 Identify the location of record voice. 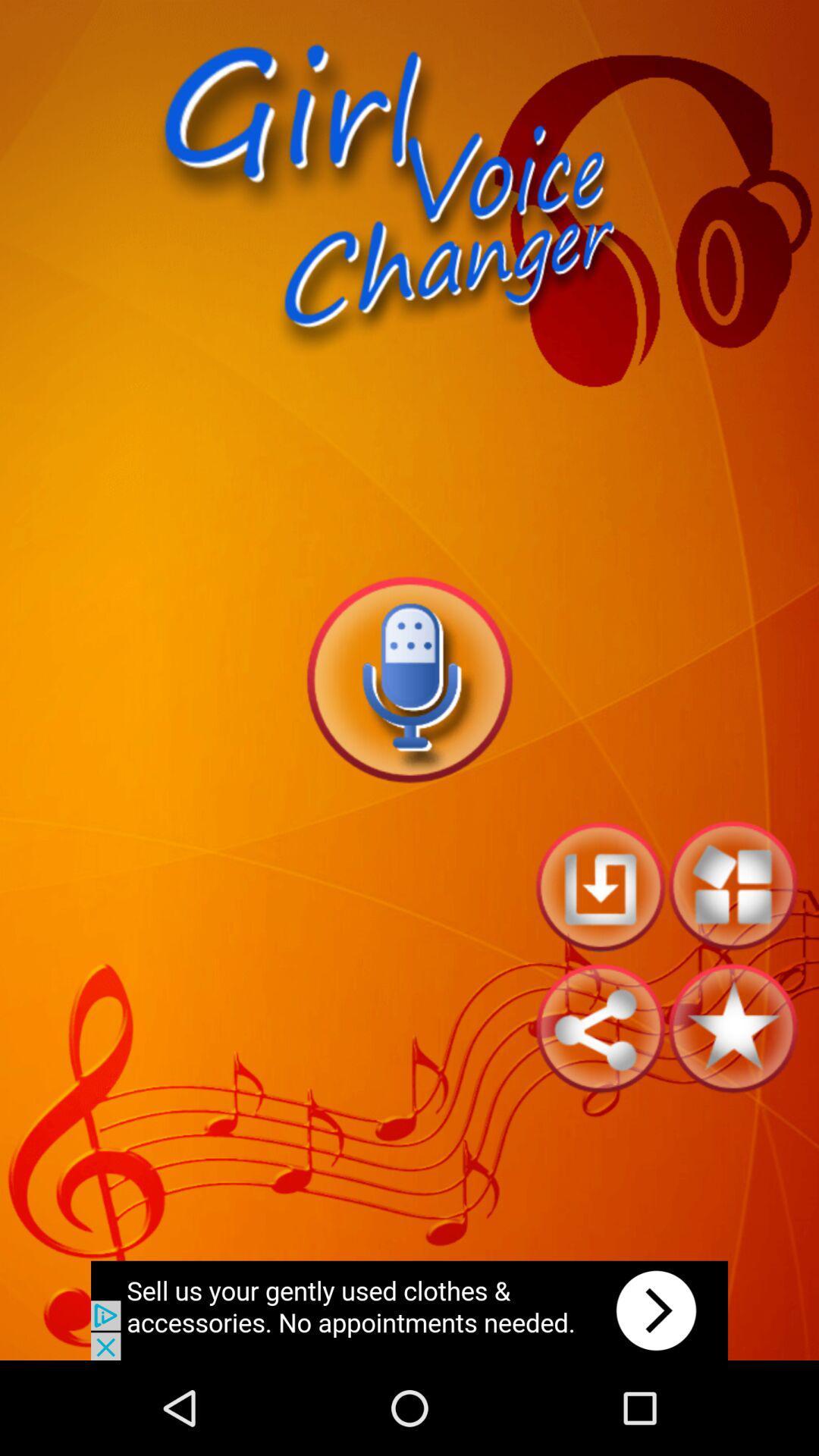
(408, 679).